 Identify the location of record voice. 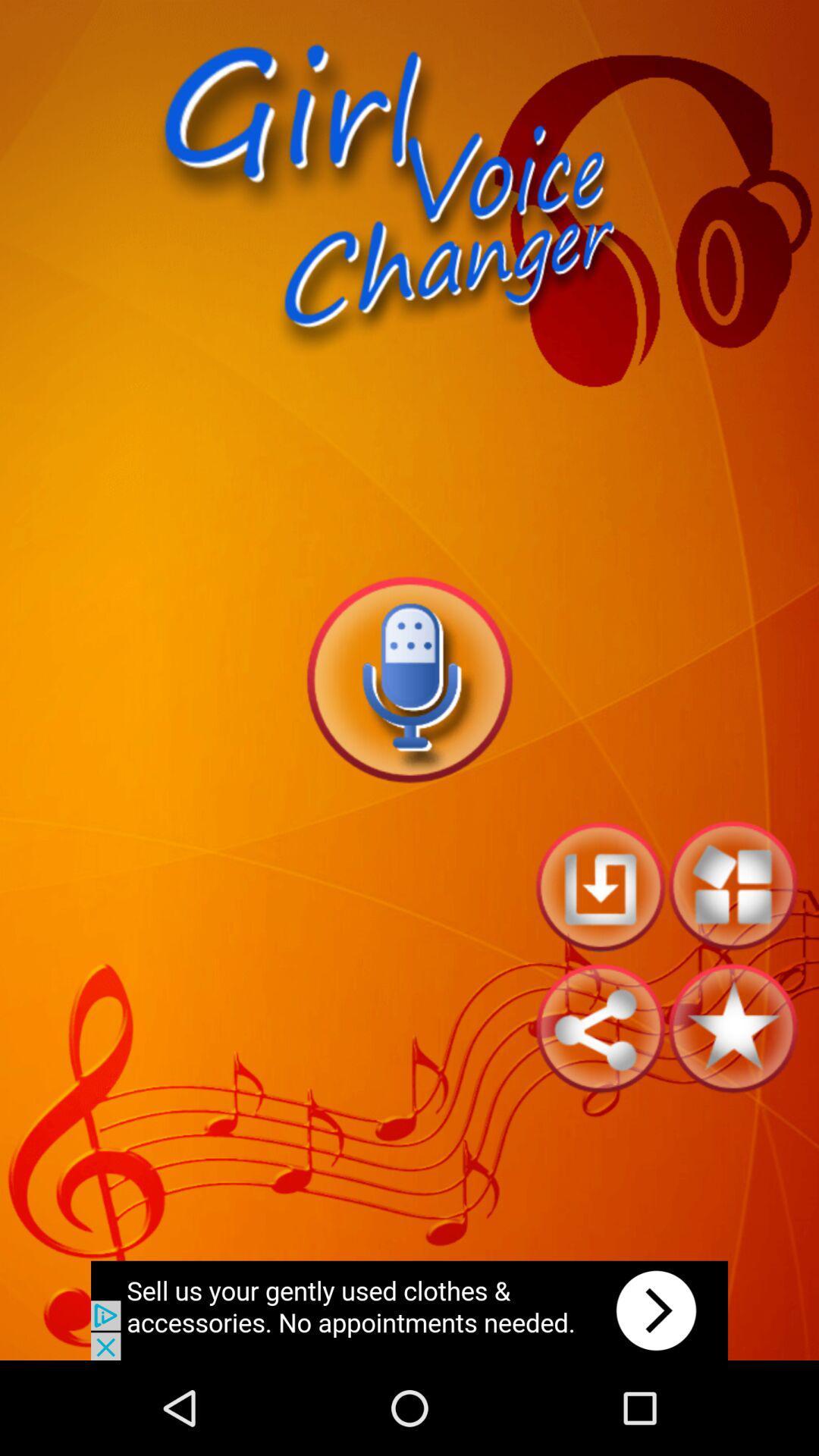
(408, 679).